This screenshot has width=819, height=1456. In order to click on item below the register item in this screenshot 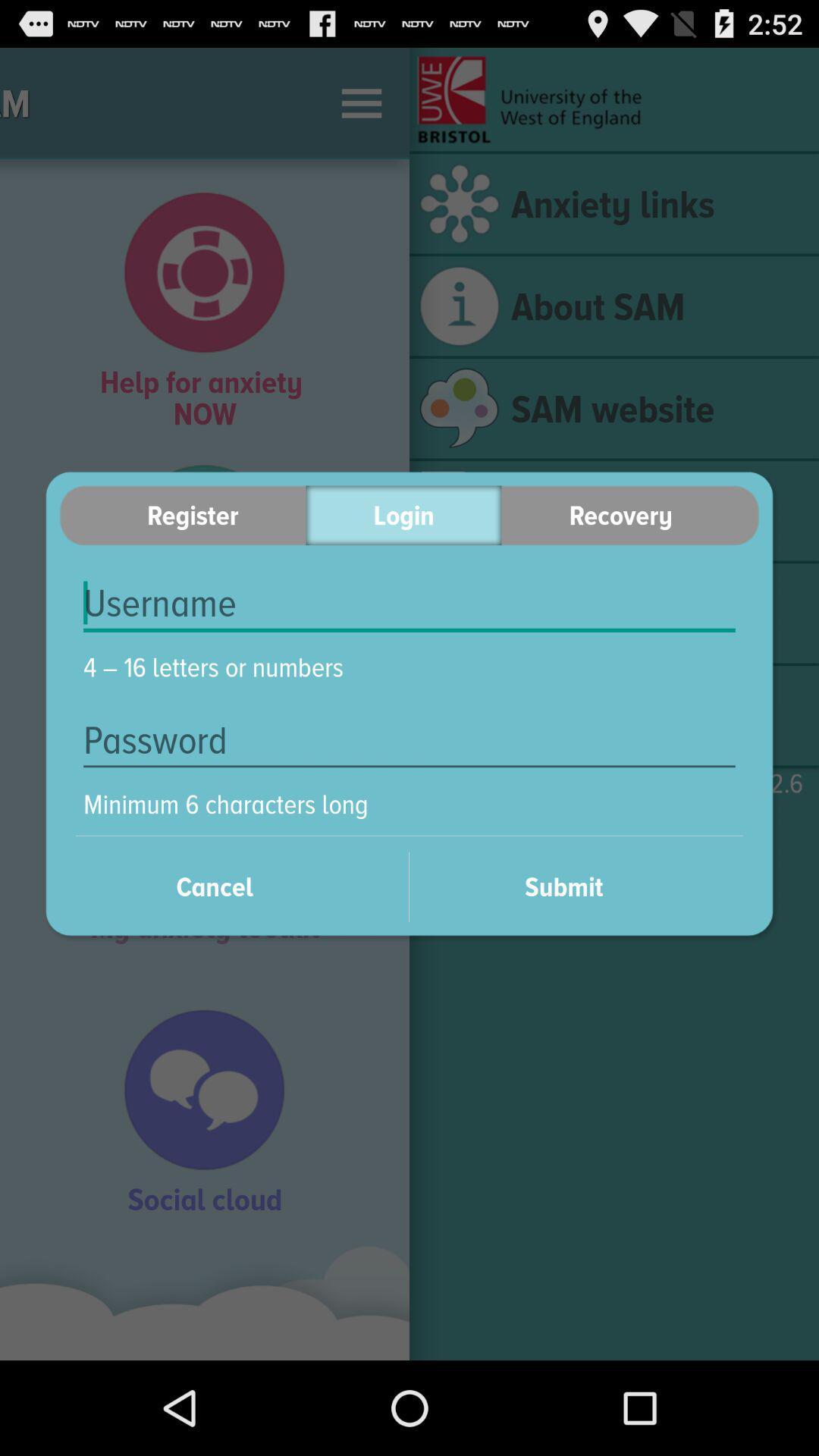, I will do `click(409, 603)`.